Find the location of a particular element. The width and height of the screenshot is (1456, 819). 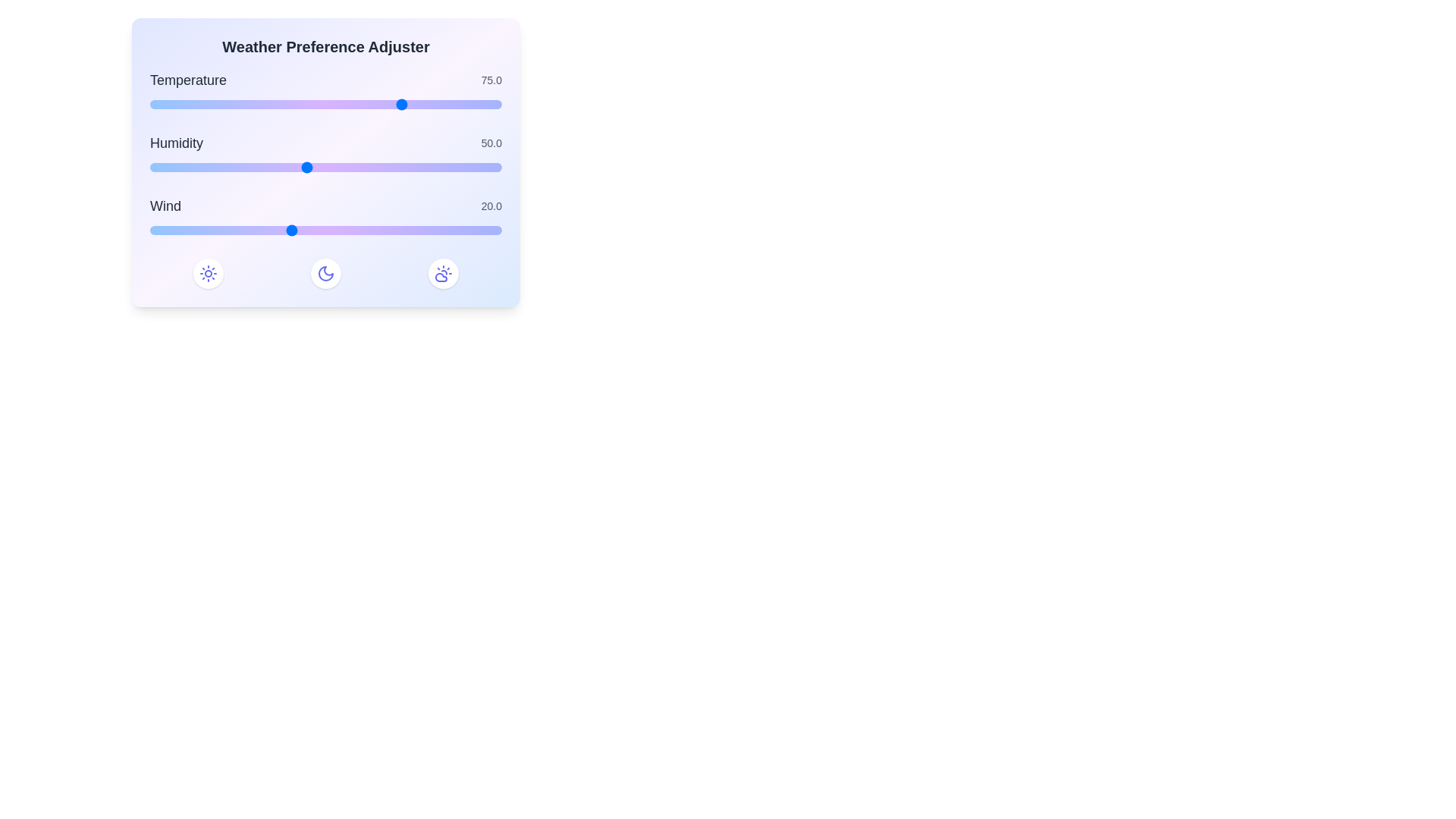

the sun icon button located at the bottom-right corner of the 'Weather Preference Adjuster' panel is located at coordinates (208, 274).